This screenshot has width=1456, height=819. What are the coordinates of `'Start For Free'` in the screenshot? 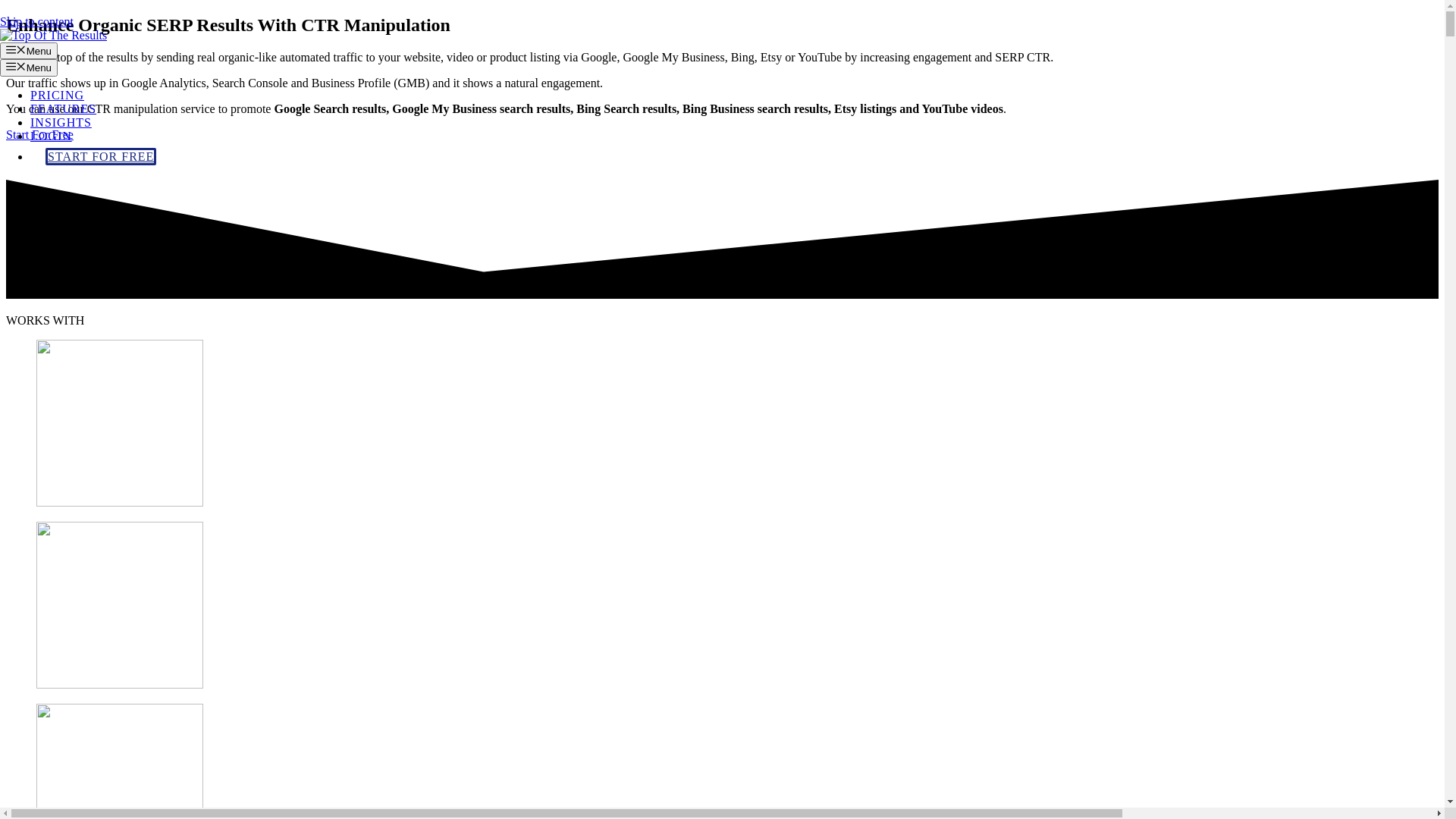 It's located at (39, 133).